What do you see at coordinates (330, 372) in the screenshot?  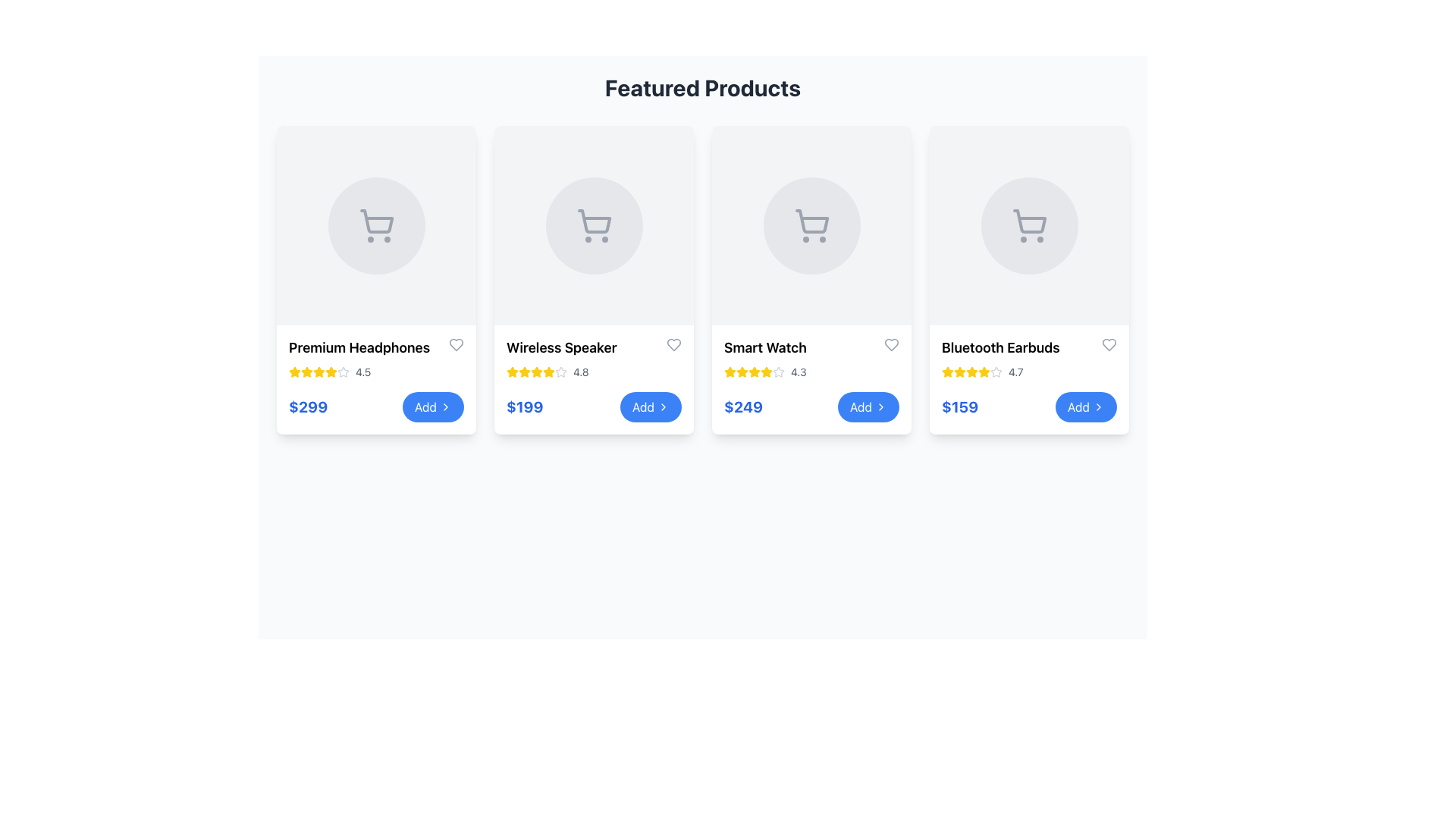 I see `the first star of the star rating system representing the user's rating for the product 'Premium Headphones'` at bounding box center [330, 372].